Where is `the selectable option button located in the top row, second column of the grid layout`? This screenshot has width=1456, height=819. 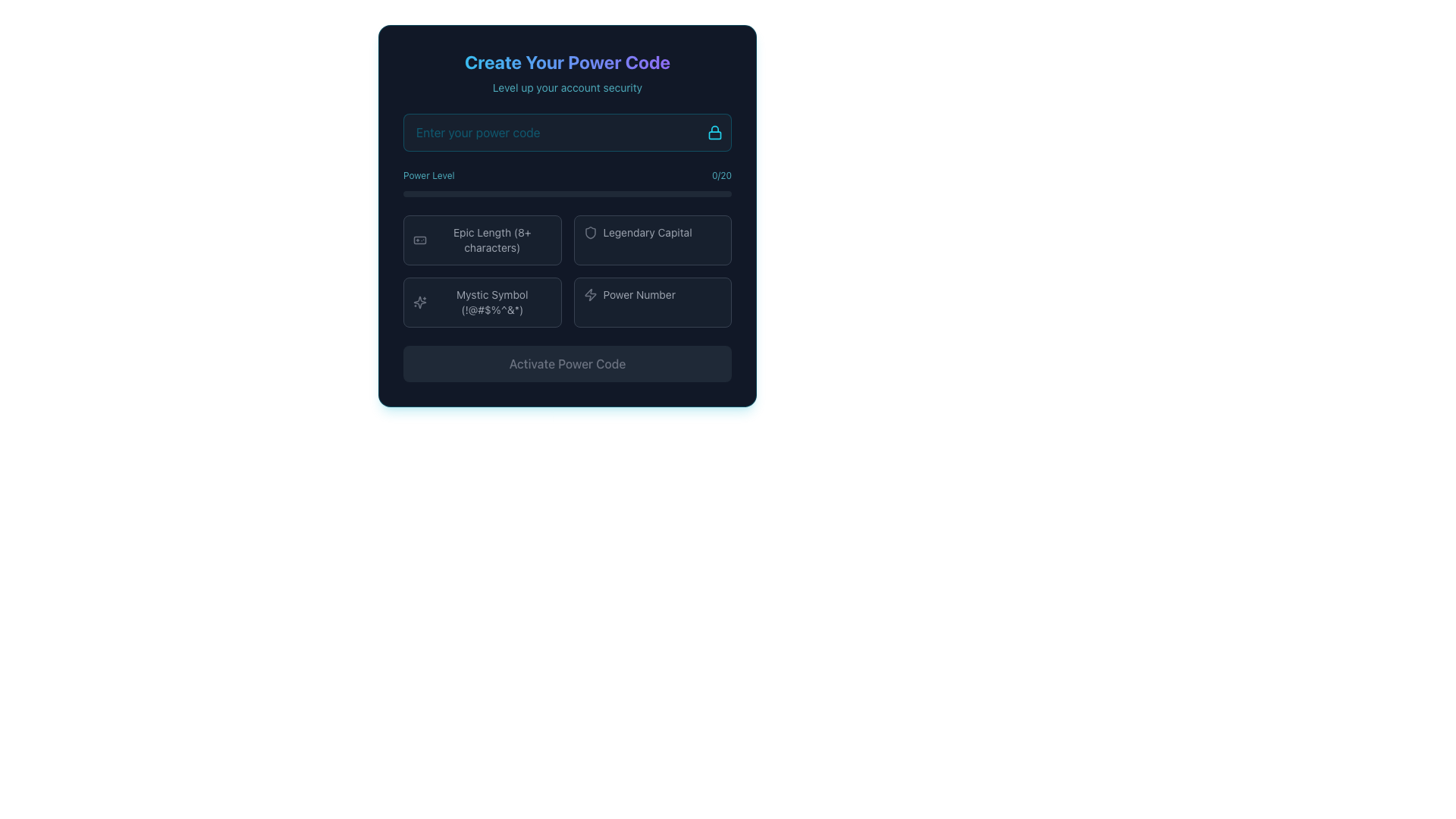 the selectable option button located in the top row, second column of the grid layout is located at coordinates (652, 239).